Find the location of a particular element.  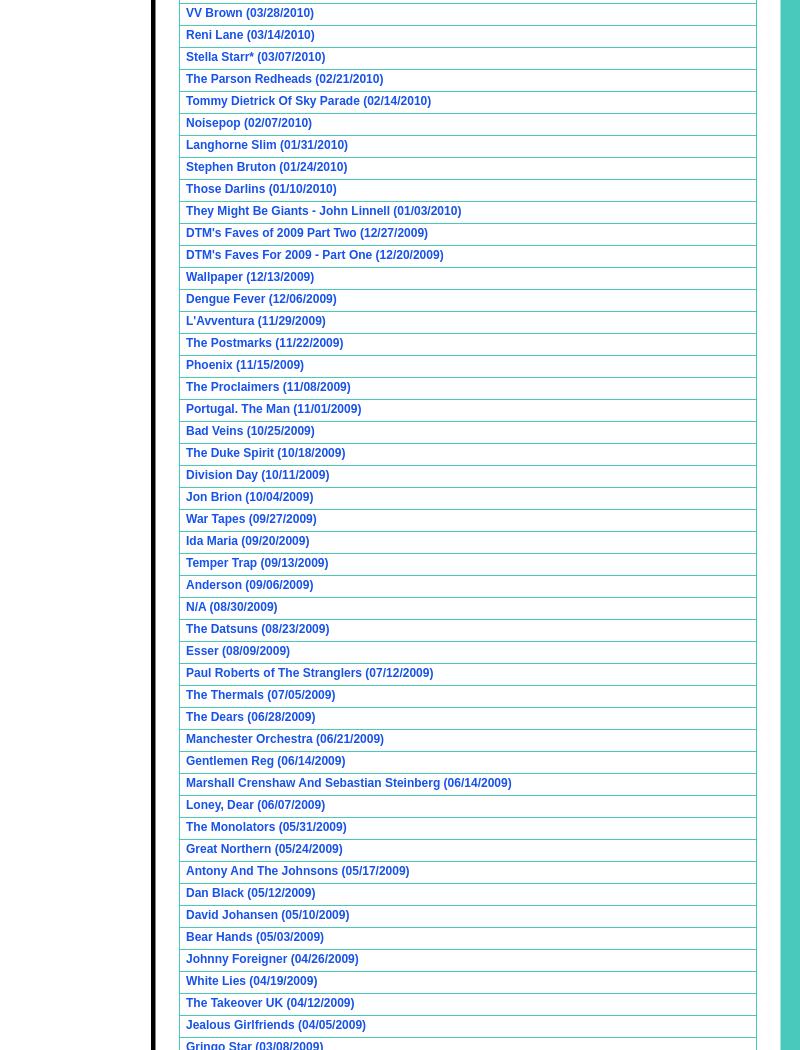

'Division Day (10/11/2009)' is located at coordinates (256, 475).